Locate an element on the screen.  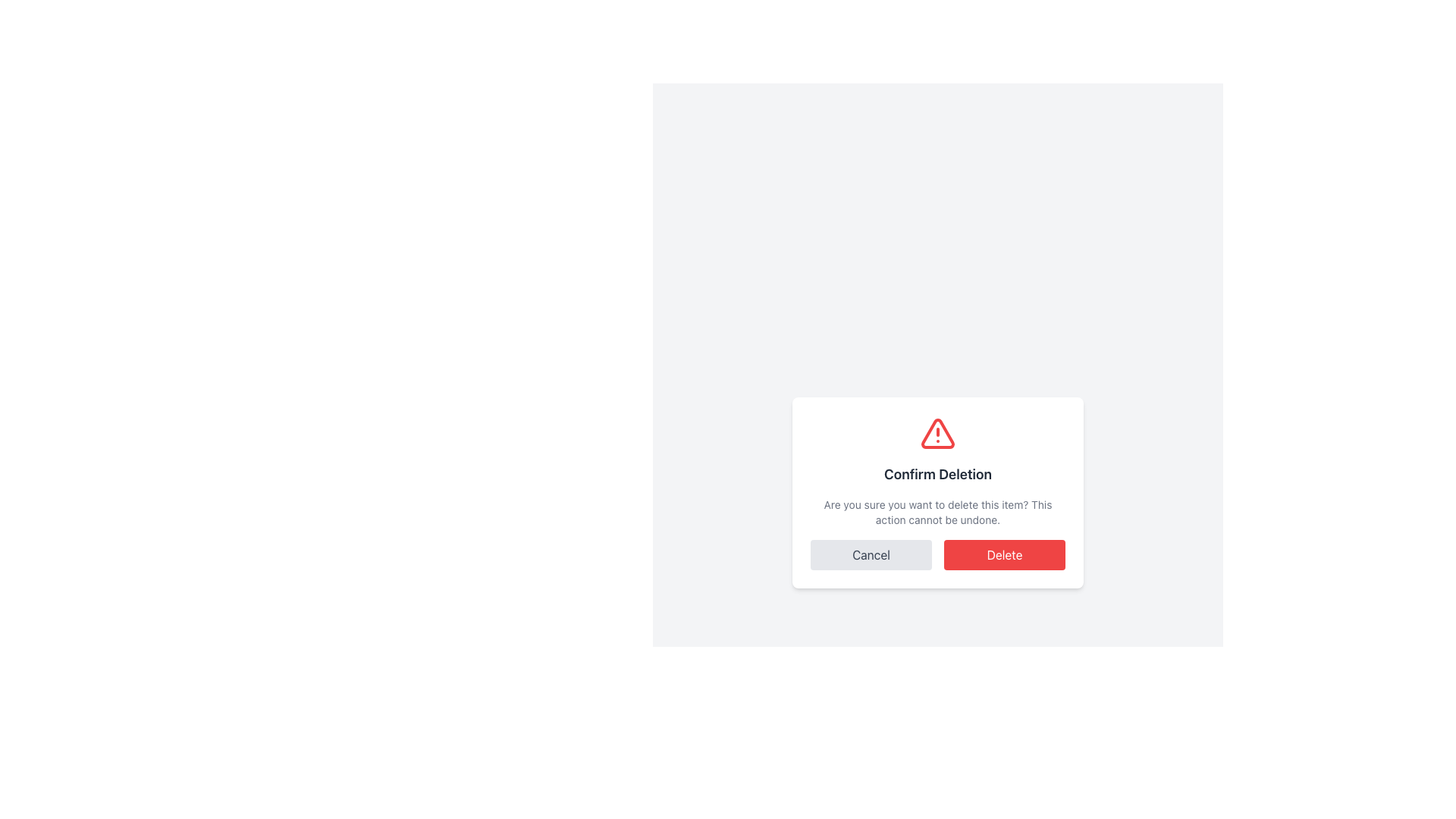
the 'Cancel' button located in the button group at the bottom of the modal dialog box to abort the action is located at coordinates (937, 555).